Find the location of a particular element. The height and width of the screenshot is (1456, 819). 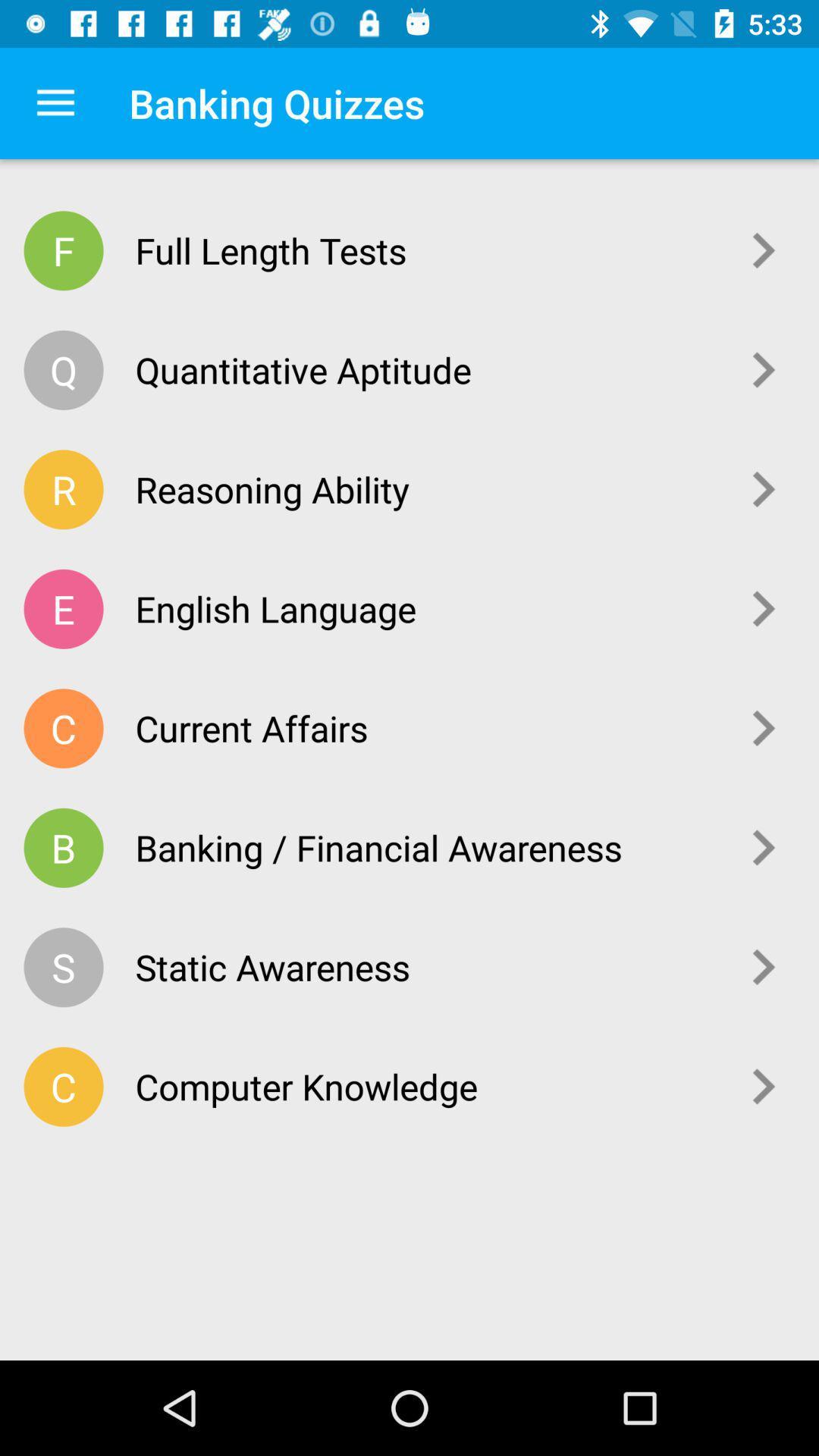

the icon below the b item is located at coordinates (63, 966).